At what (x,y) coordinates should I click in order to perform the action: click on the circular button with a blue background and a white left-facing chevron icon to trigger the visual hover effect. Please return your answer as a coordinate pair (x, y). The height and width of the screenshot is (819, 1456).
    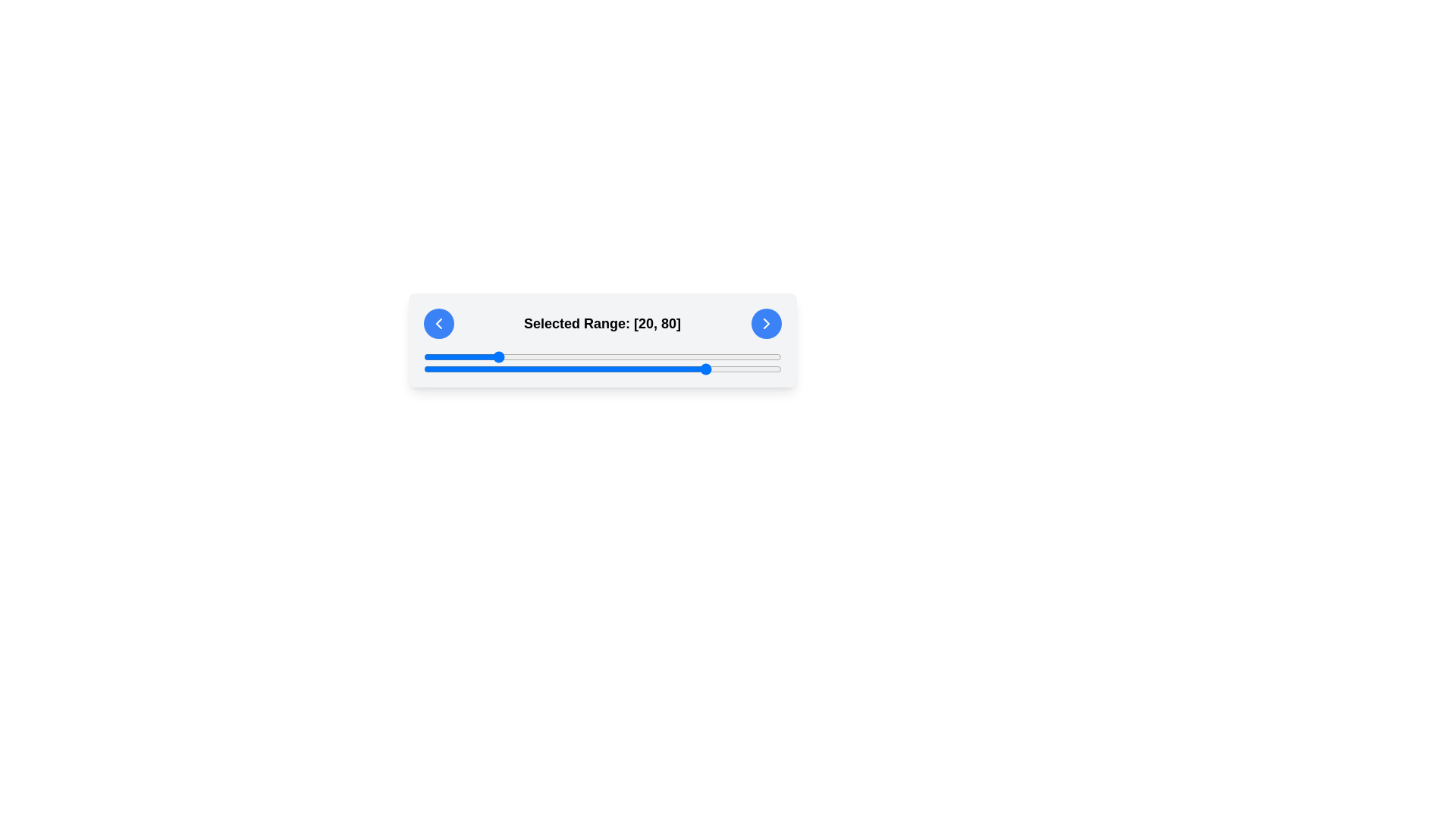
    Looking at the image, I should click on (438, 323).